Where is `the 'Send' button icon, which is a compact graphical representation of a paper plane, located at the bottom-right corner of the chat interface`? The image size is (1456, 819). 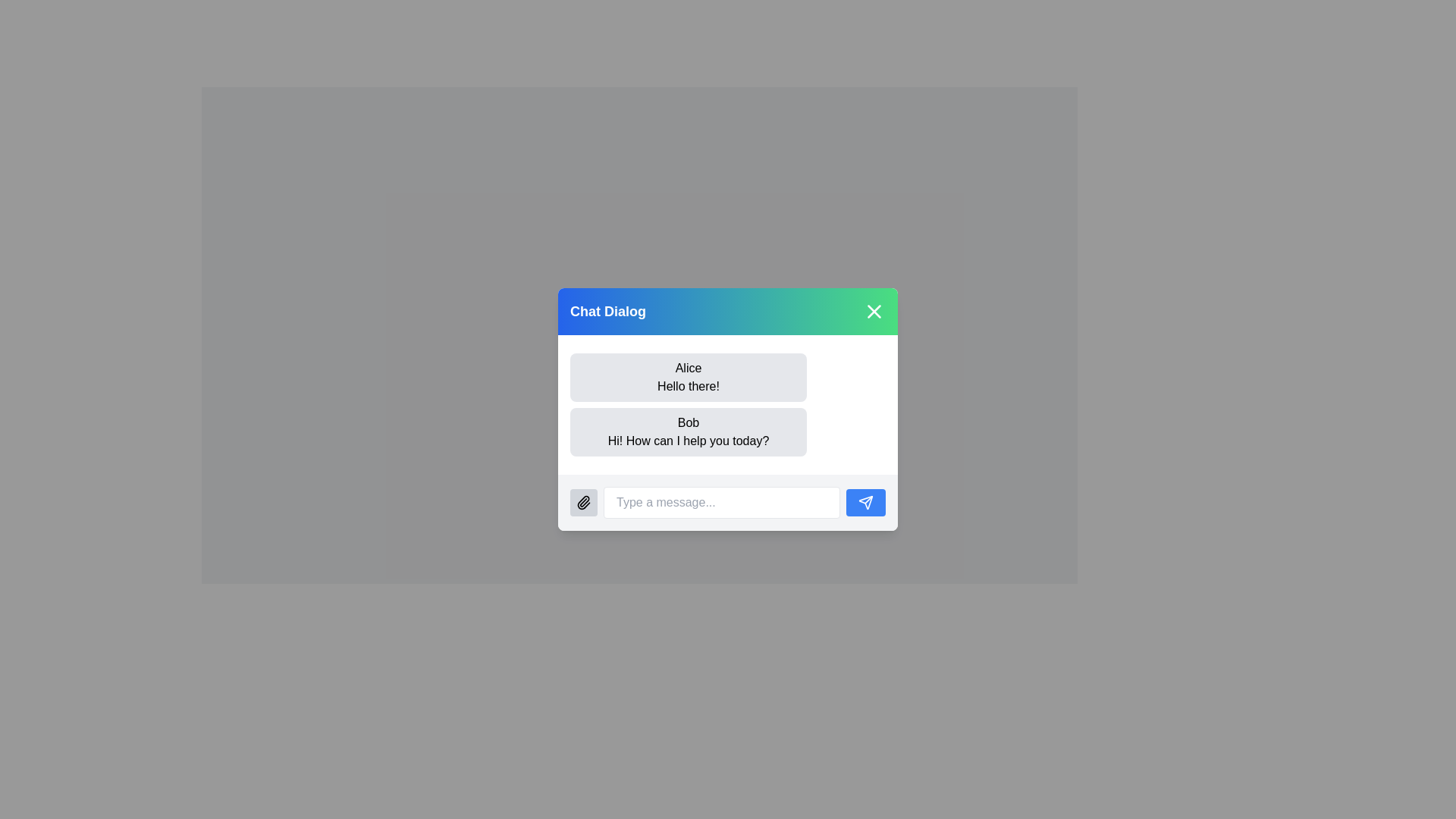 the 'Send' button icon, which is a compact graphical representation of a paper plane, located at the bottom-right corner of the chat interface is located at coordinates (866, 503).